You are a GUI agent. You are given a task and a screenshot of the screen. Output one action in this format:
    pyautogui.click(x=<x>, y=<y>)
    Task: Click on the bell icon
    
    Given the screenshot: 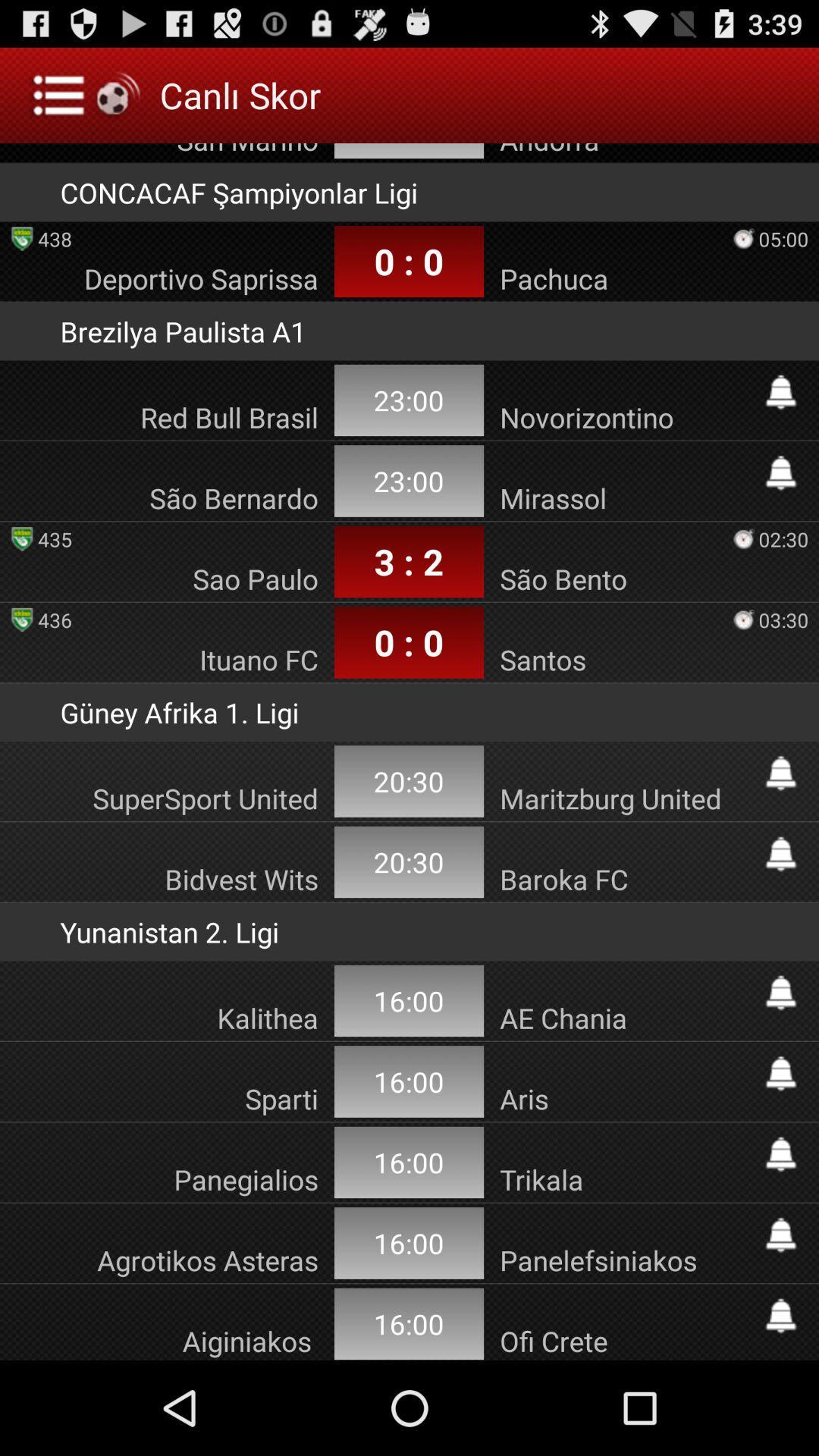 What is the action you would take?
    pyautogui.click(x=780, y=1315)
    